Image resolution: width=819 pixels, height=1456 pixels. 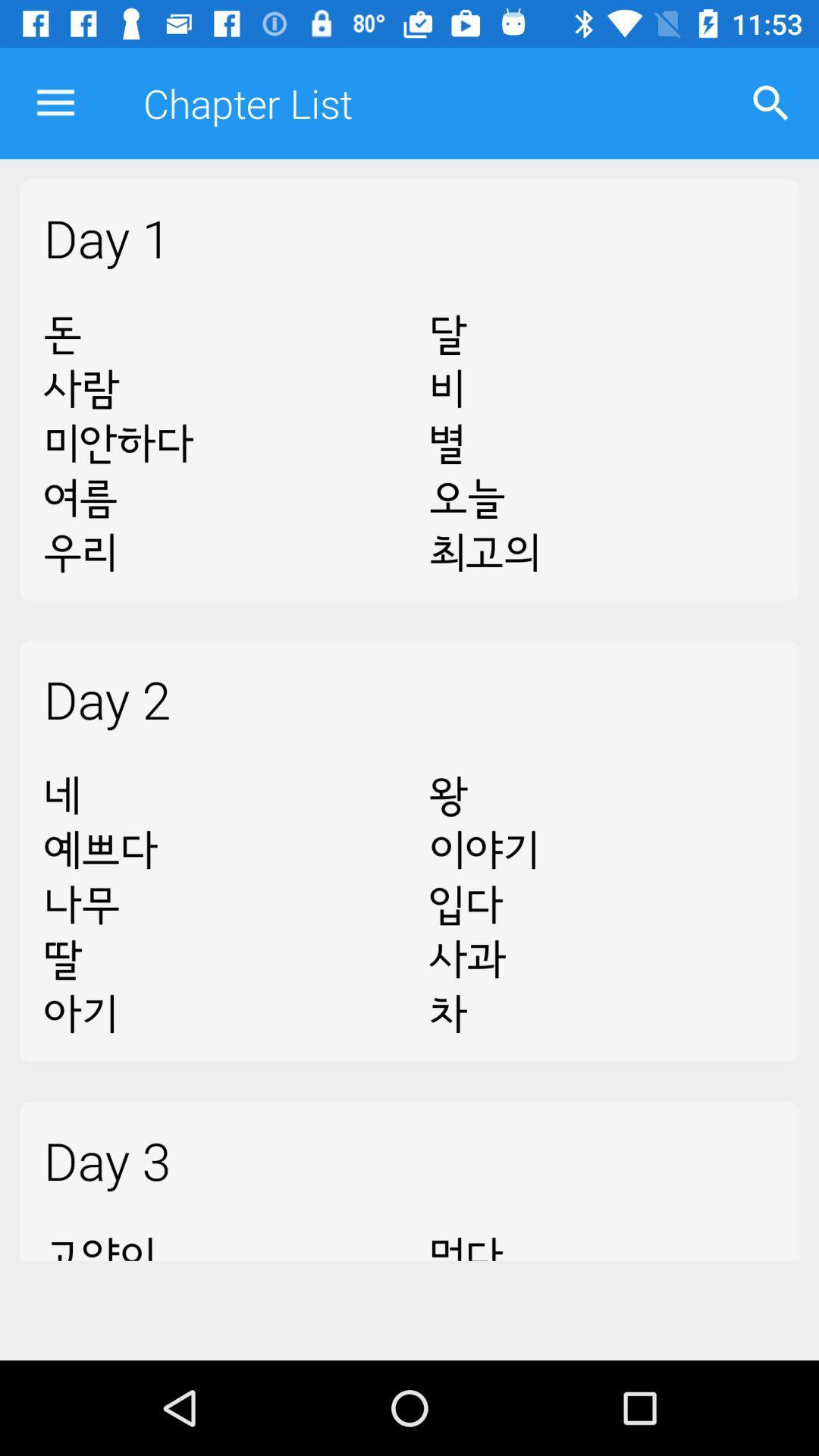 What do you see at coordinates (601, 1238) in the screenshot?
I see `the icon below day 3` at bounding box center [601, 1238].